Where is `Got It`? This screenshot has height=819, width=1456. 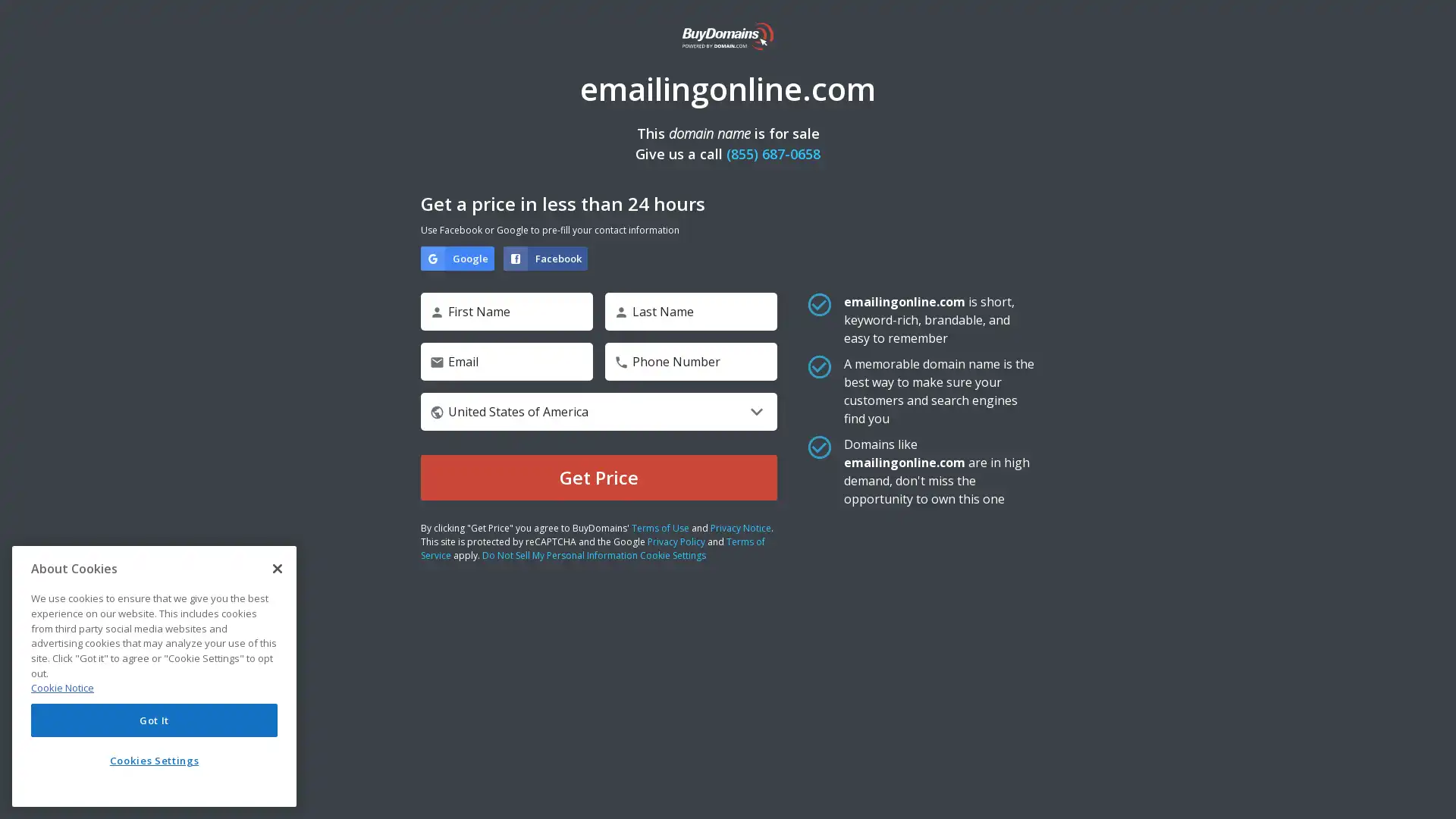
Got It is located at coordinates (154, 719).